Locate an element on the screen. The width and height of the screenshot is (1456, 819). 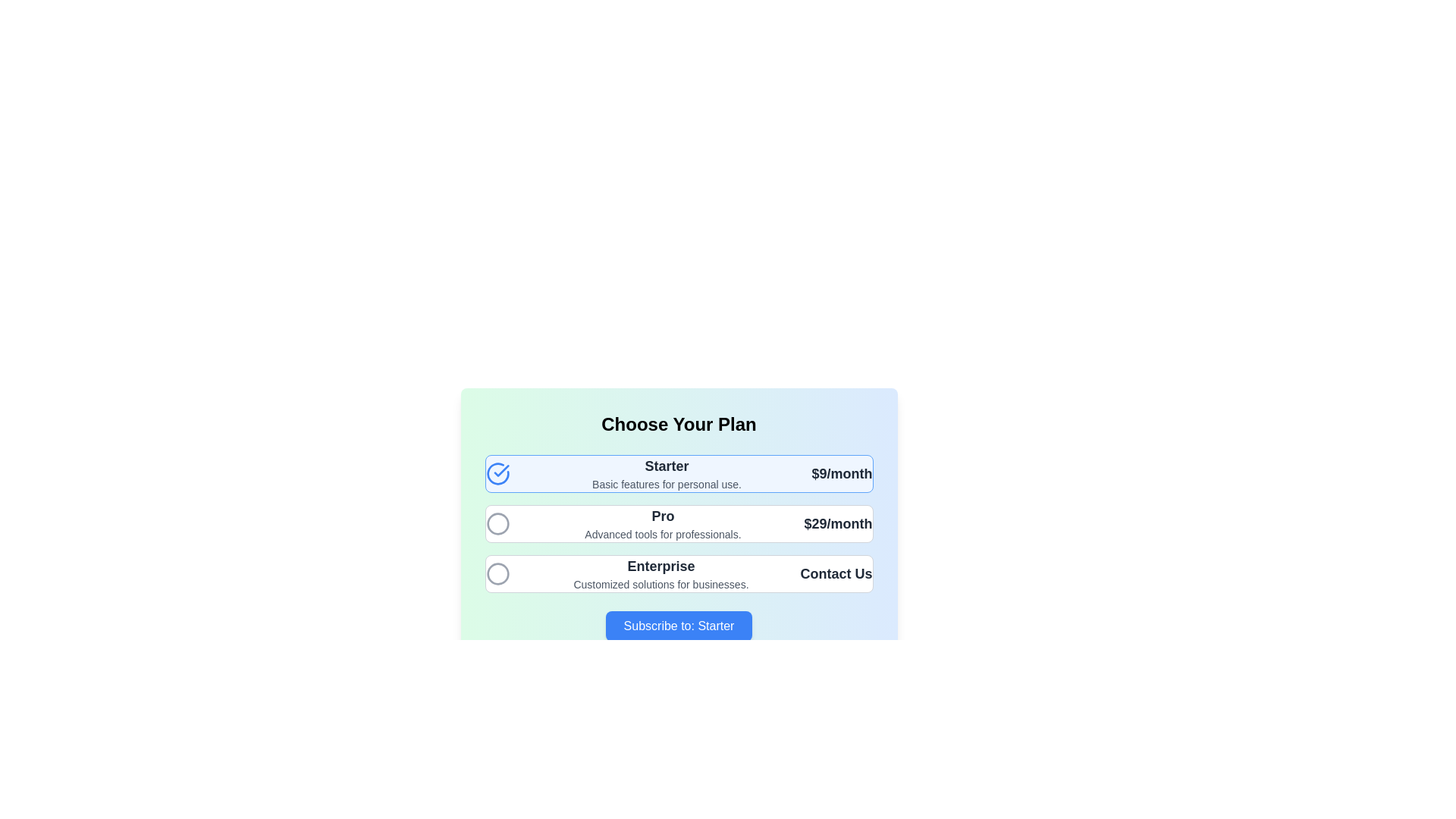
the header title for the 'Enterprise' plan, which is positioned under the 'Pro' plan and above the descriptive text for the 'Enterprise' plan is located at coordinates (661, 566).